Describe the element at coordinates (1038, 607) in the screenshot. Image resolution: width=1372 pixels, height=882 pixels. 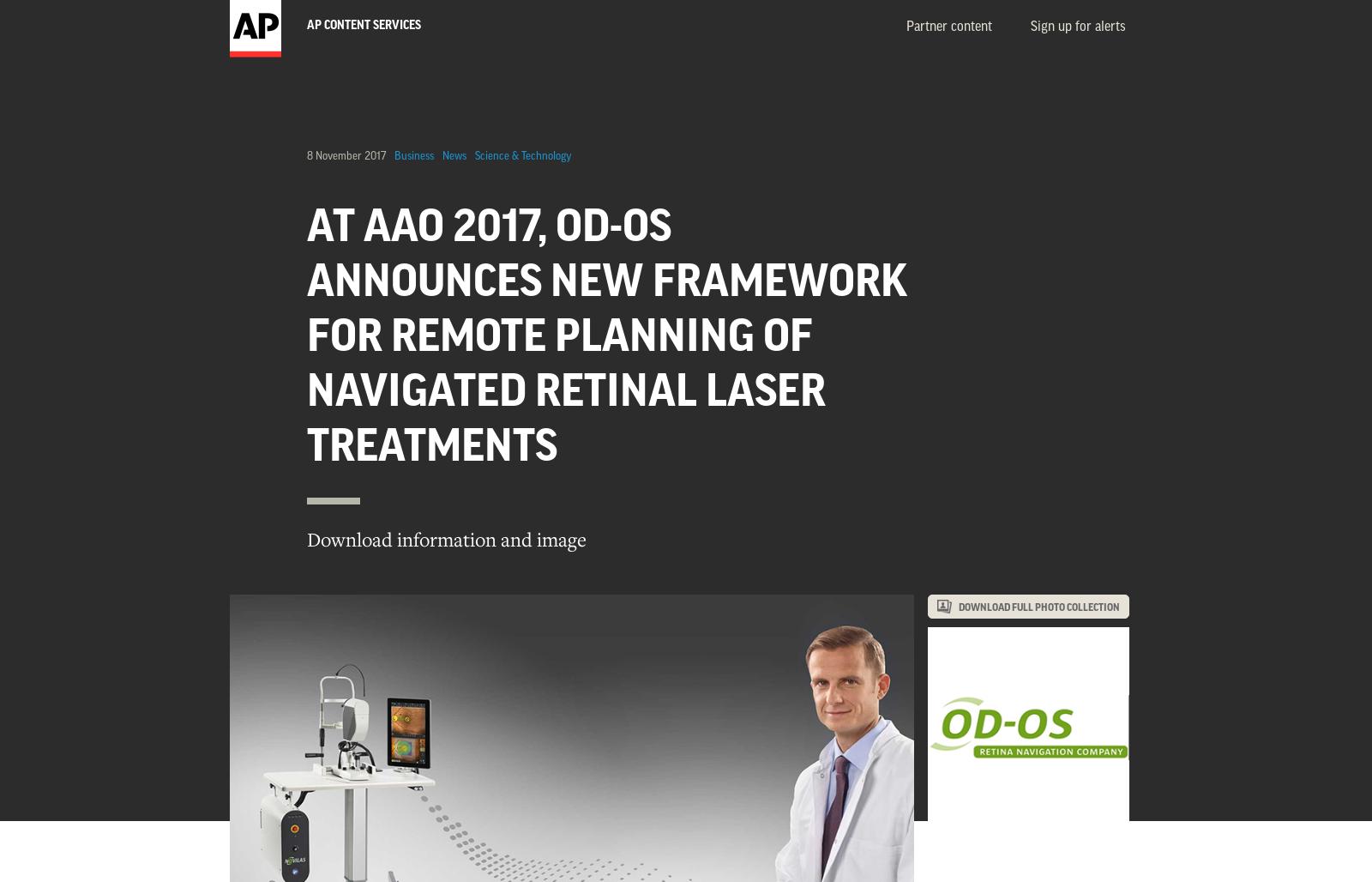
I see `'DOWNLOAD FULL PHOTO
                                    COLLECTION'` at that location.